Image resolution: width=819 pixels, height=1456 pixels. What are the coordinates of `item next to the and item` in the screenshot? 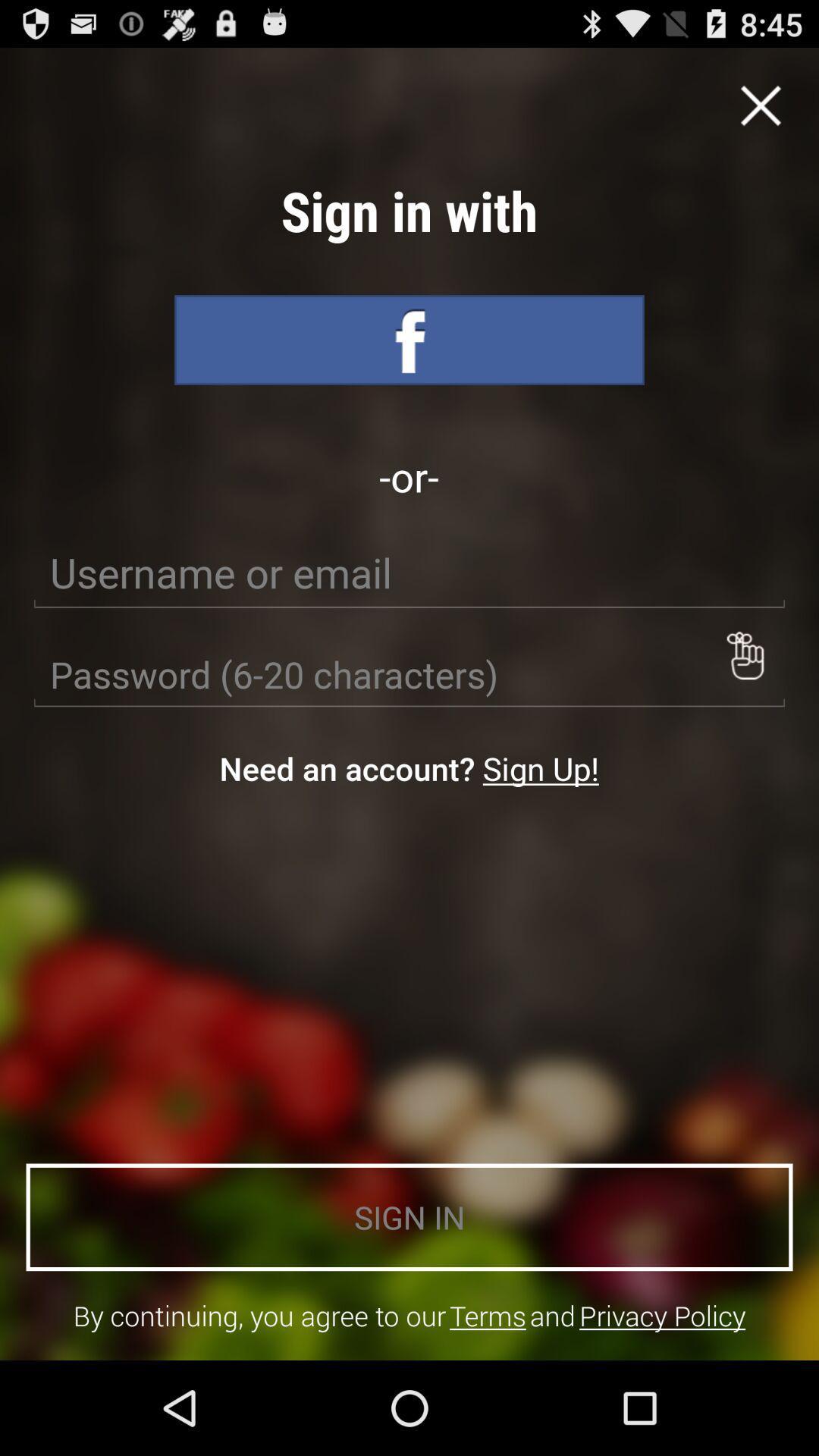 It's located at (661, 1315).